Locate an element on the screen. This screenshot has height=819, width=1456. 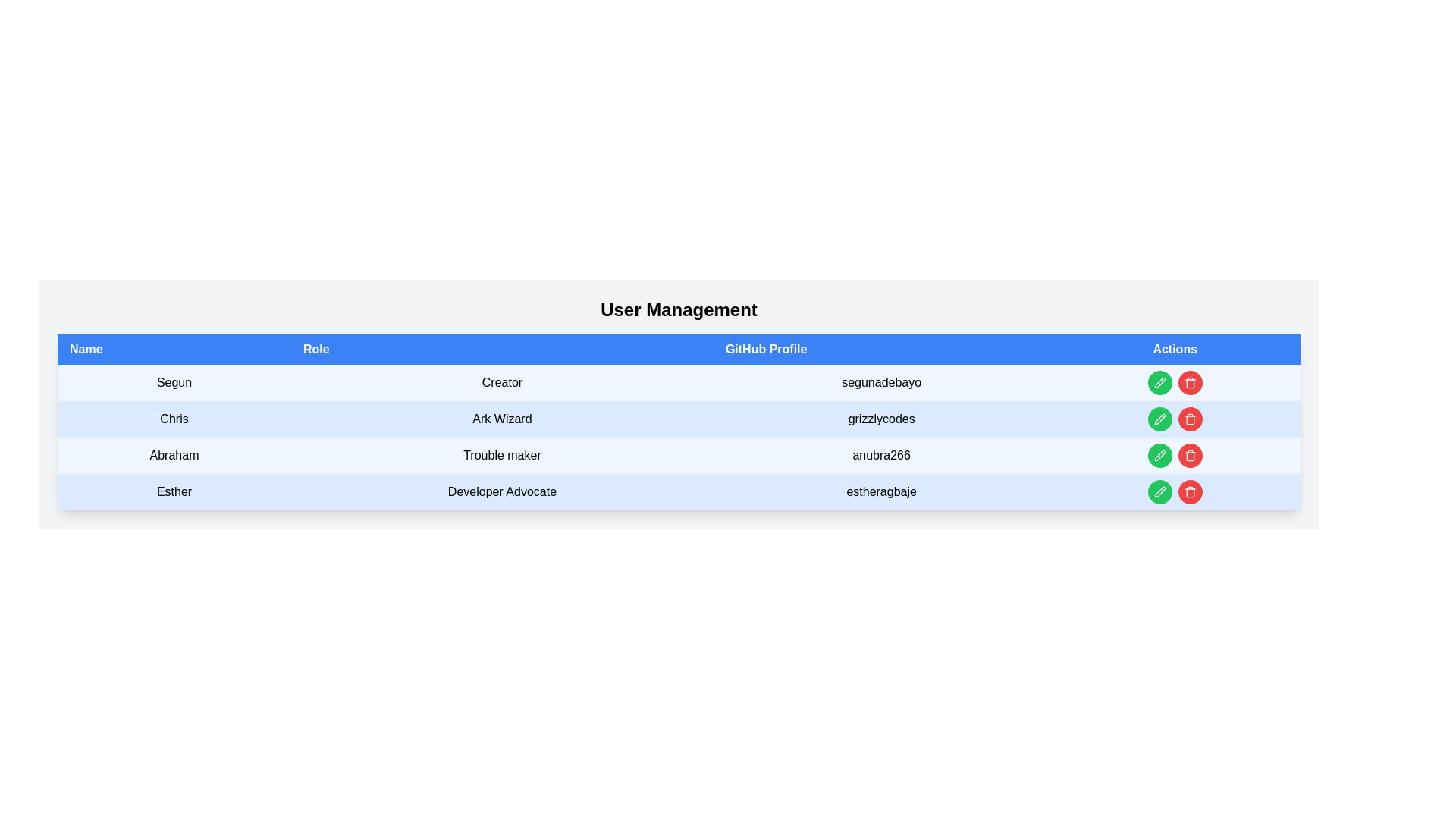
the static text displaying the name 'Esther' in the first column of the fourth row of the 'User Management' table is located at coordinates (174, 491).